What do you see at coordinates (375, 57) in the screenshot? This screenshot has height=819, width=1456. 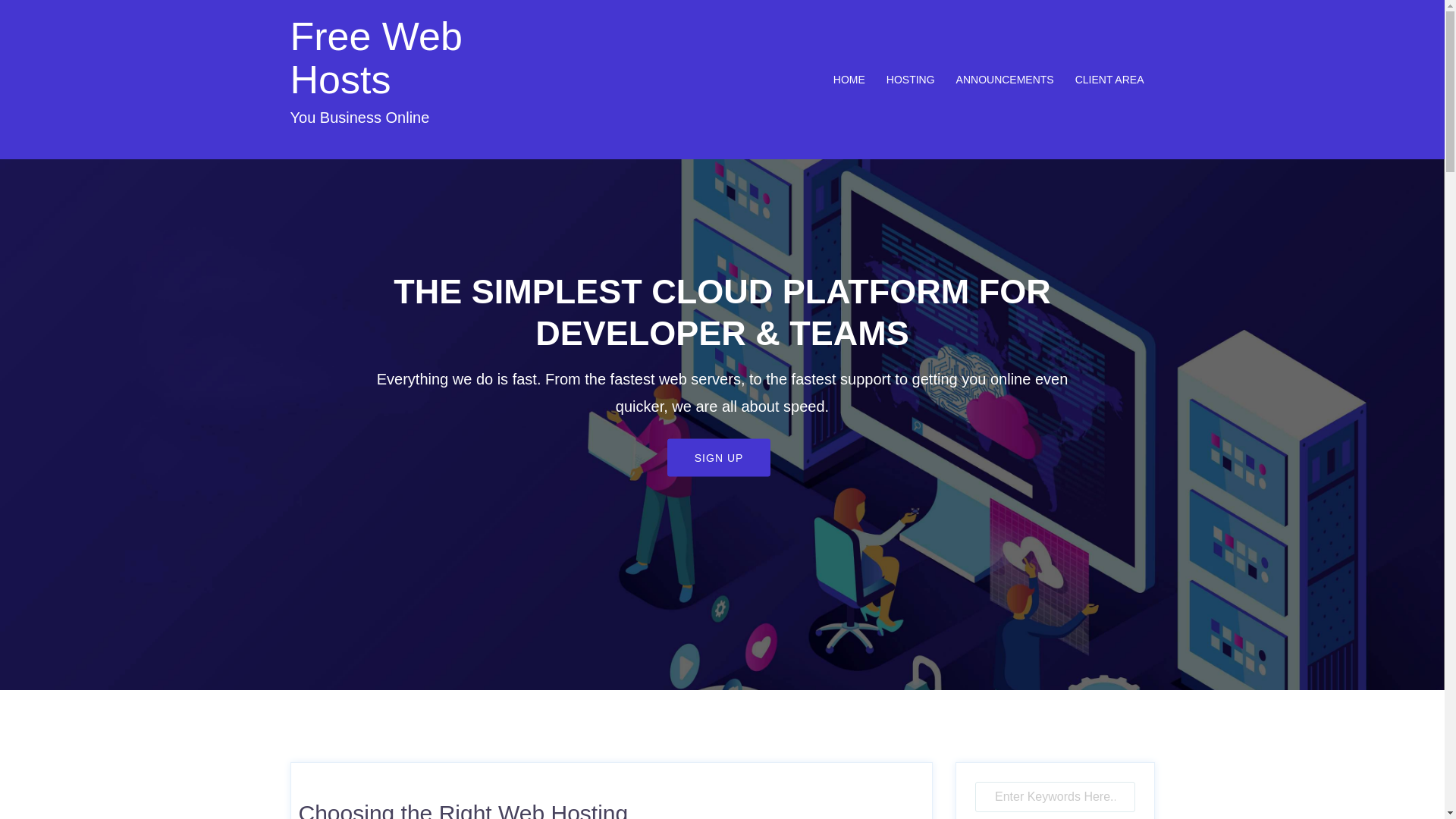 I see `'Free Web Hosts'` at bounding box center [375, 57].